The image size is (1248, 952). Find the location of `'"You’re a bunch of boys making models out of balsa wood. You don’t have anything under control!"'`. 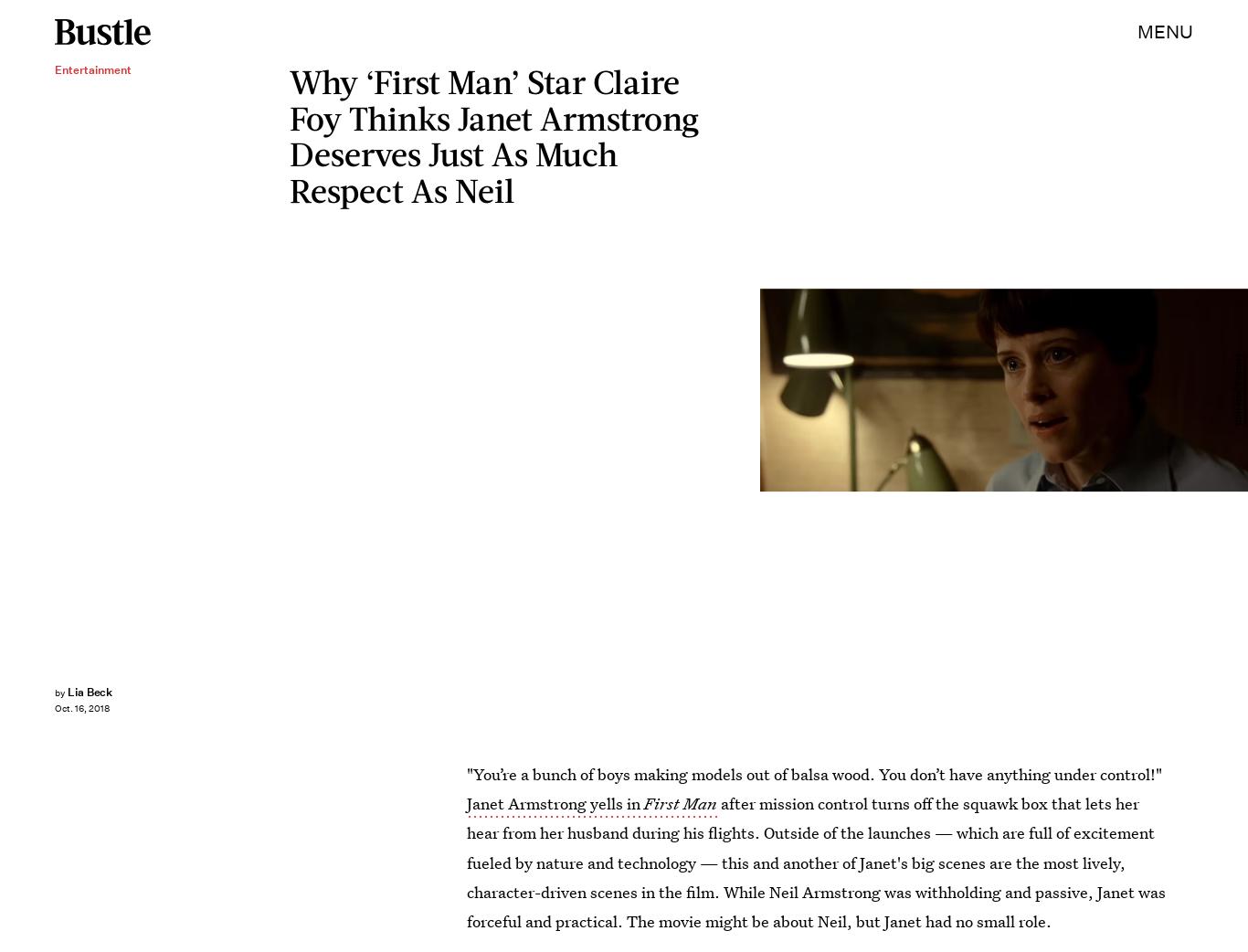

'"You’re a bunch of boys making models out of balsa wood. You don’t have anything under control!"' is located at coordinates (813, 774).